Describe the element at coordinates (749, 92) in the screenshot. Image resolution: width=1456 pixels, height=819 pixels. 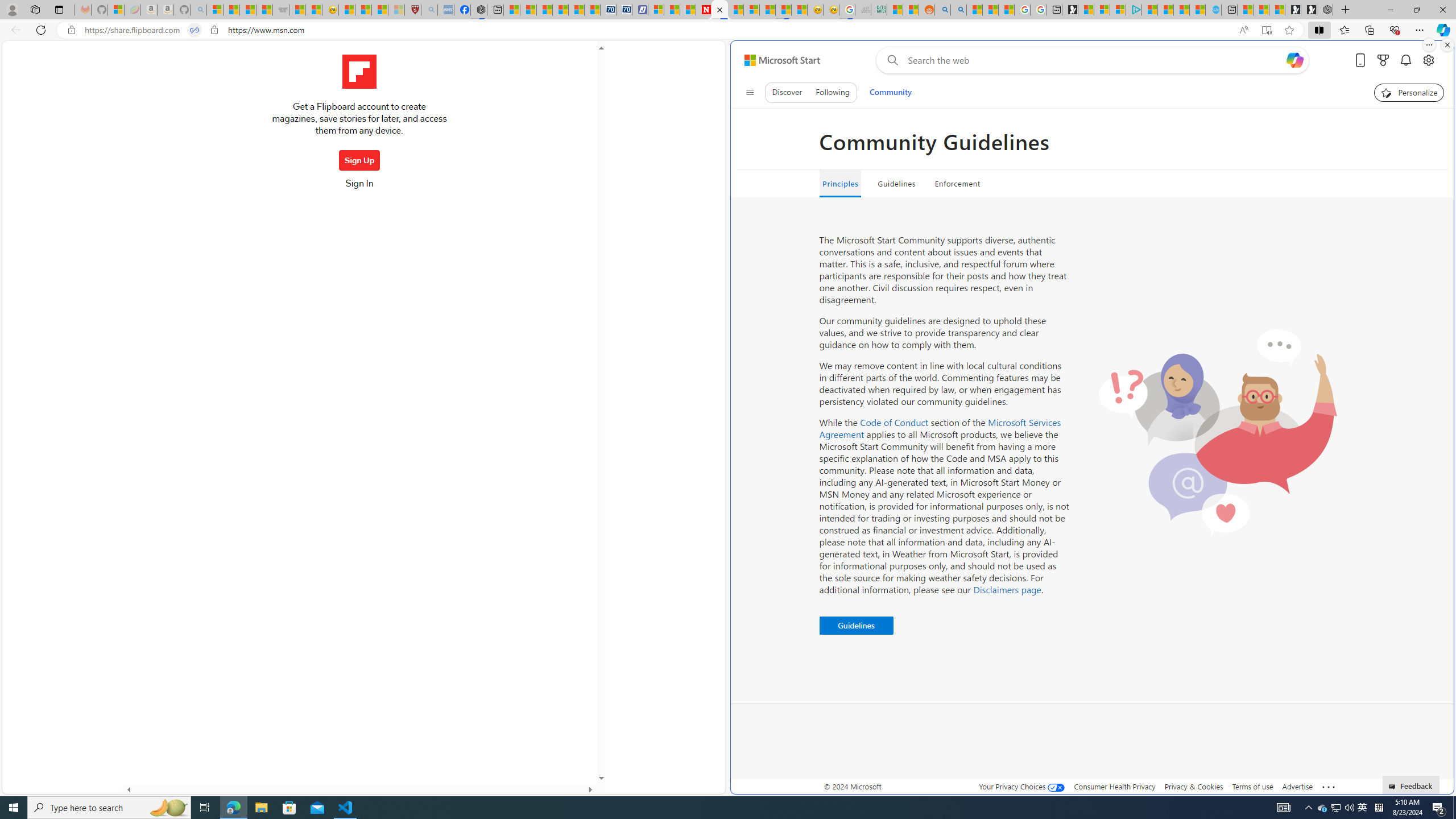
I see `'Class: control icon-only'` at that location.